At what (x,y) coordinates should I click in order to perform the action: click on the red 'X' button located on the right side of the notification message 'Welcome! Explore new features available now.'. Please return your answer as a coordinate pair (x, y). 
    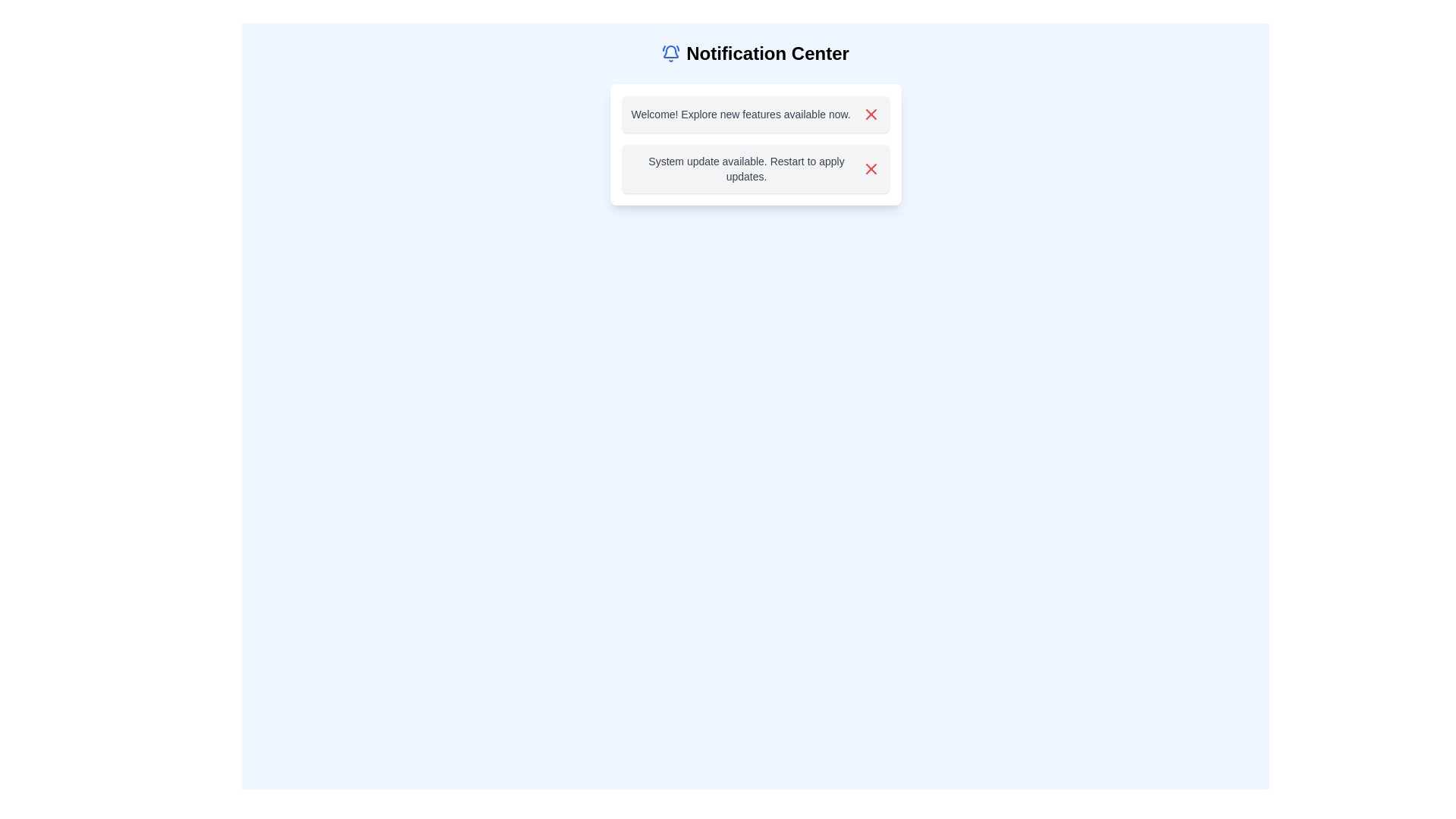
    Looking at the image, I should click on (871, 113).